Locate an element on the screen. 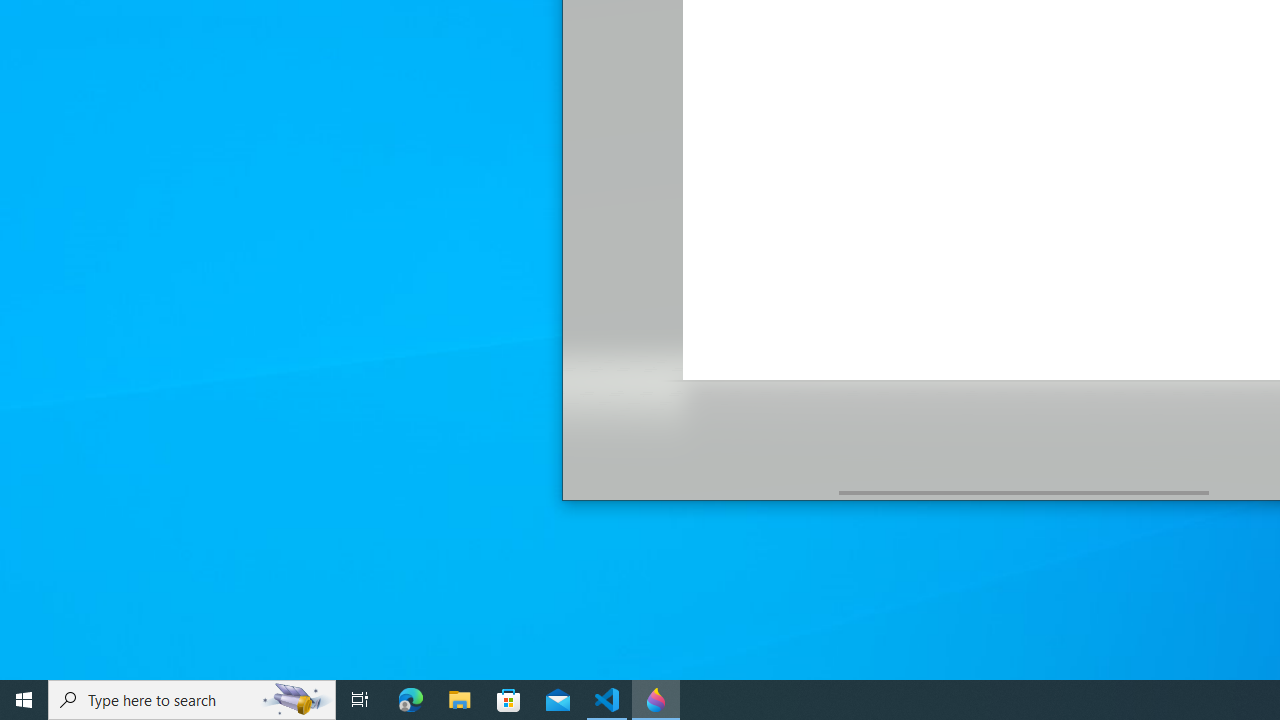 The image size is (1280, 720). 'Paint 3D - 1 running window' is located at coordinates (656, 698).